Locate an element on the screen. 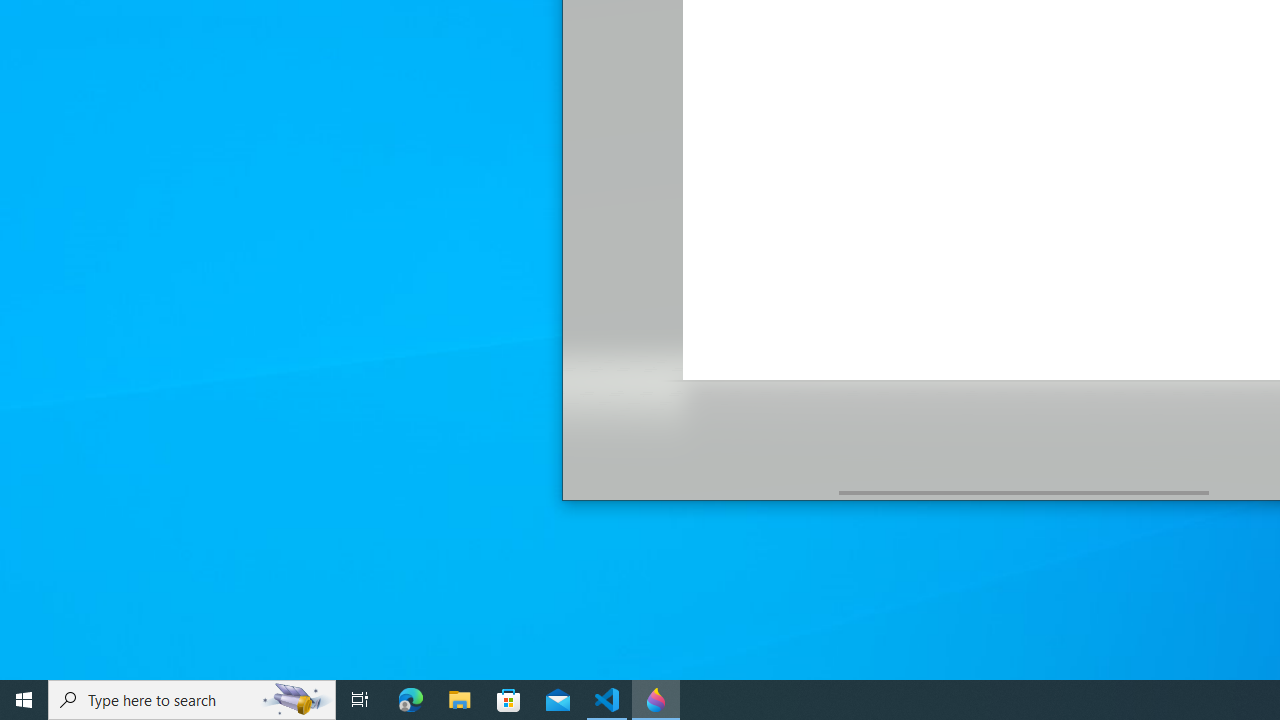 The image size is (1280, 720). 'Paint 3D - 1 running window' is located at coordinates (656, 698).